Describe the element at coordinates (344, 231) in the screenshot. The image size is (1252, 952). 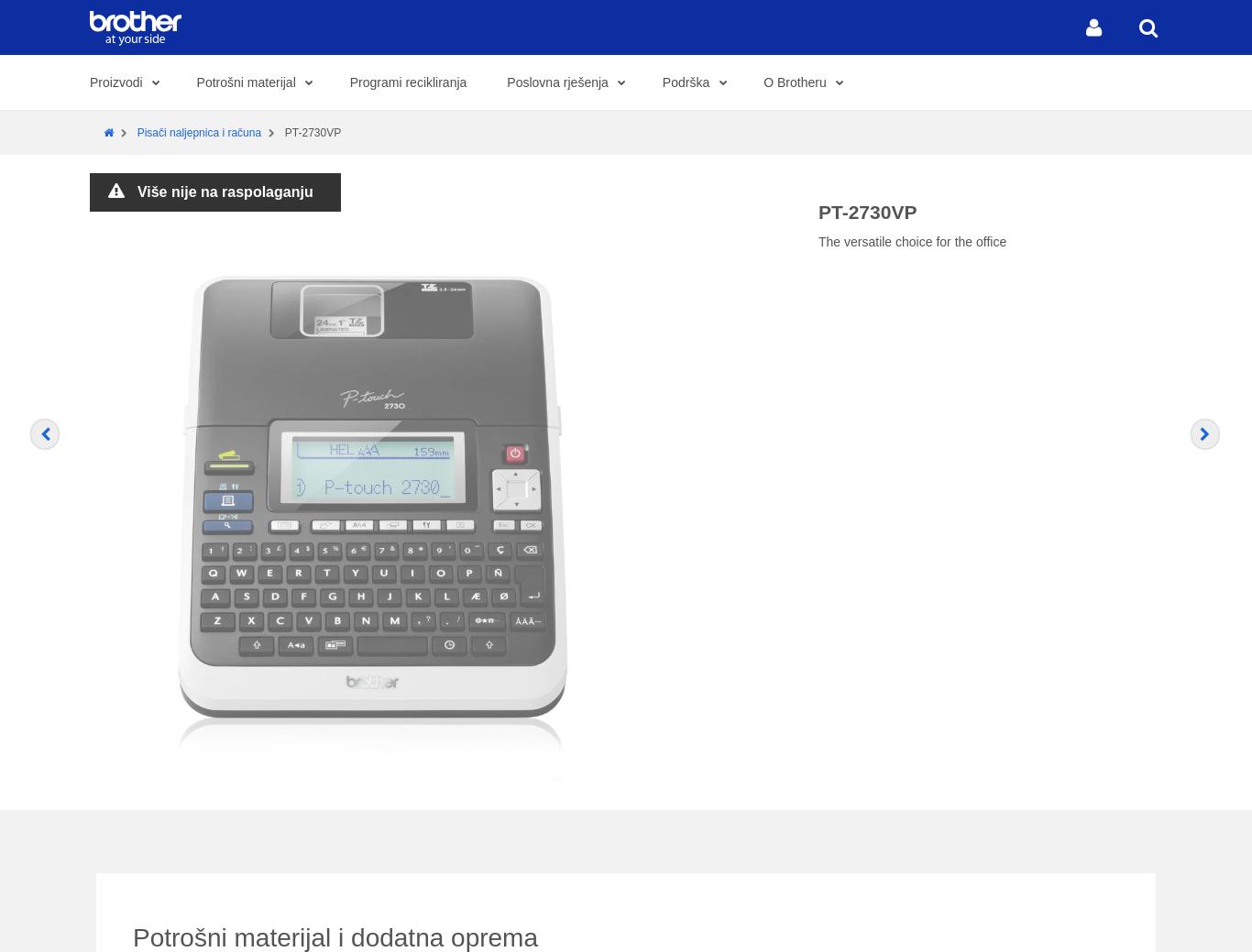
I see `'Težina'` at that location.